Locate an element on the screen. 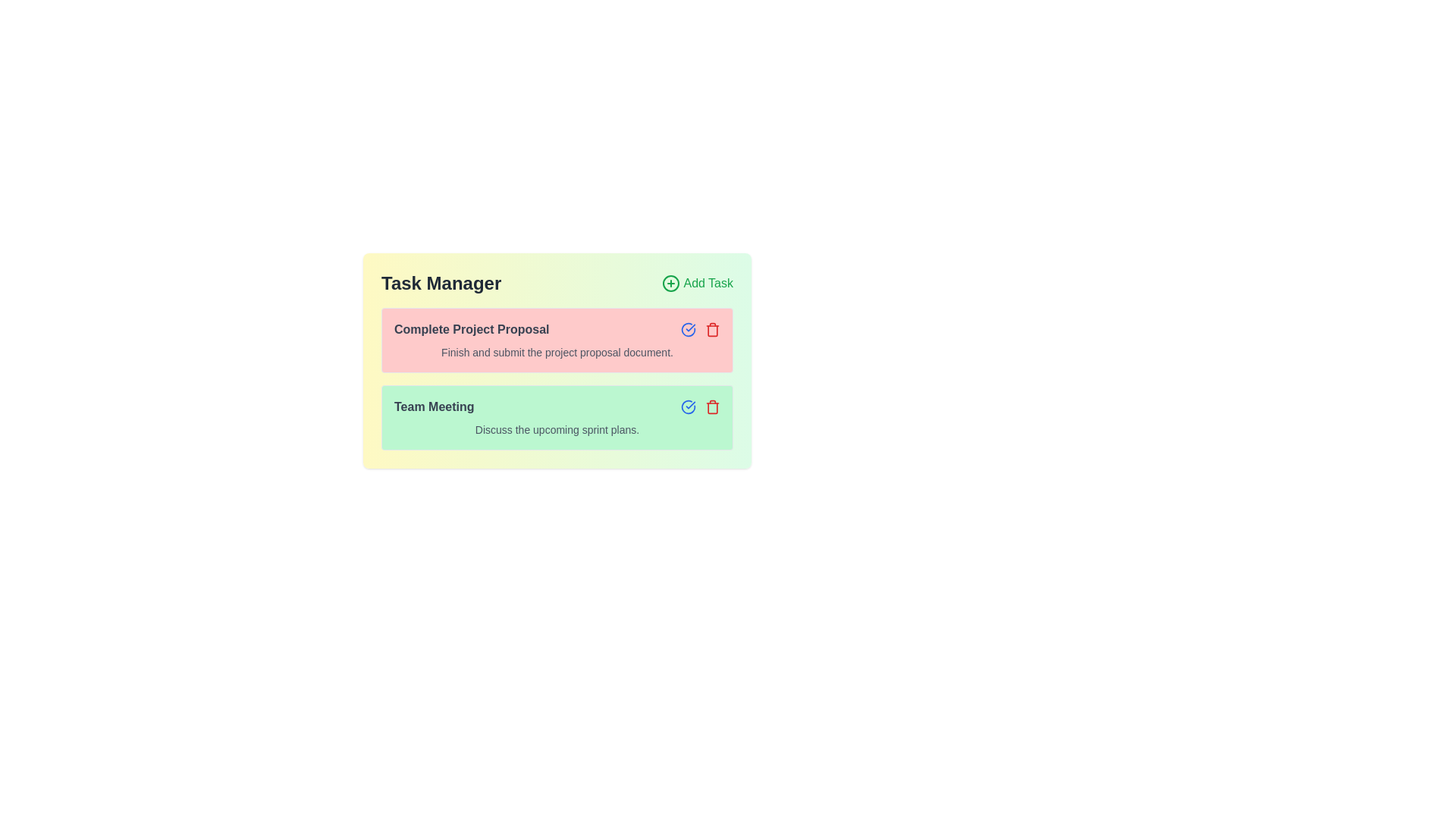 Image resolution: width=1456 pixels, height=819 pixels. the main body of the trash can icon is located at coordinates (712, 406).